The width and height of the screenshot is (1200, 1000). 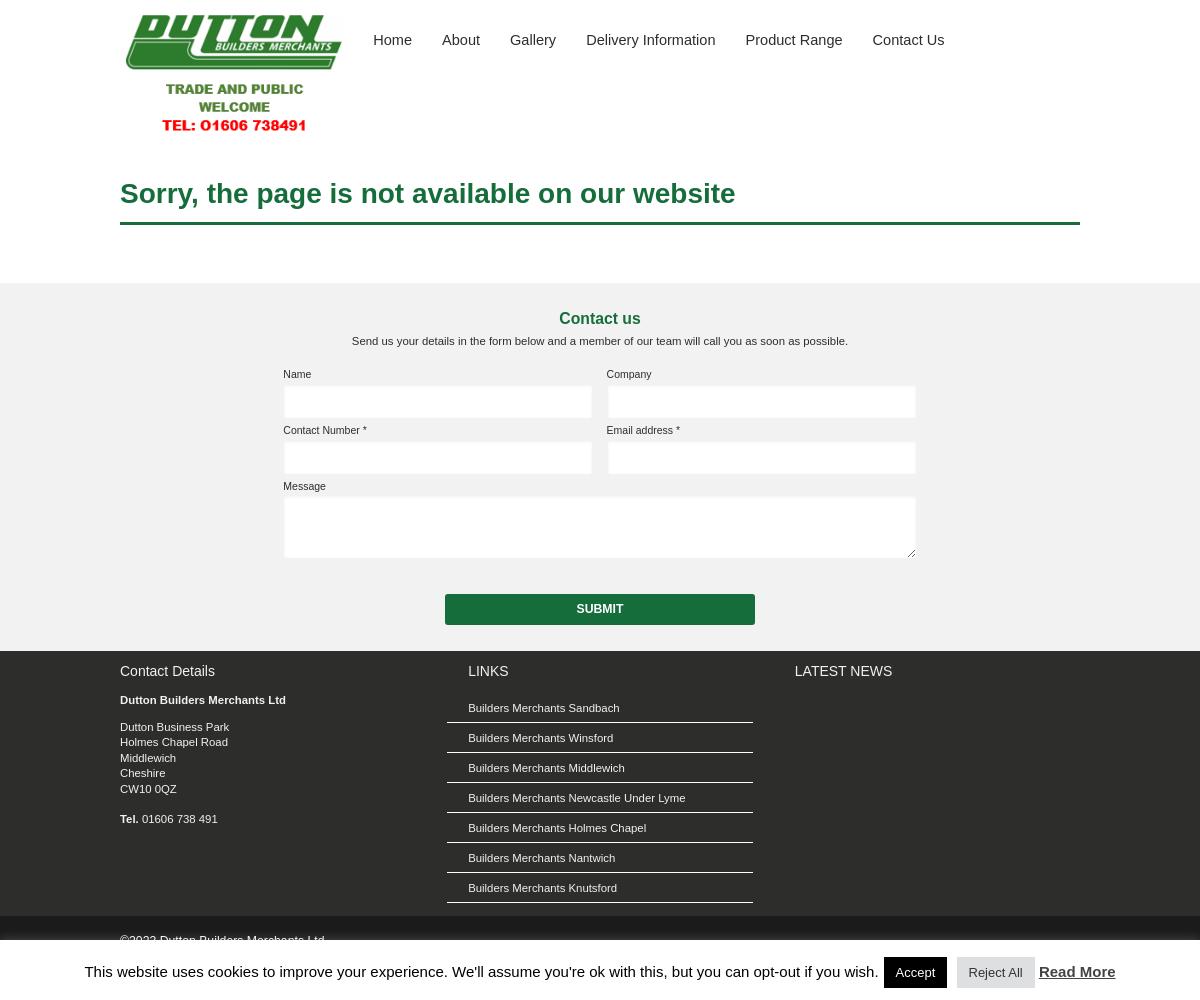 I want to click on 'Dutton Business Park', so click(x=173, y=726).